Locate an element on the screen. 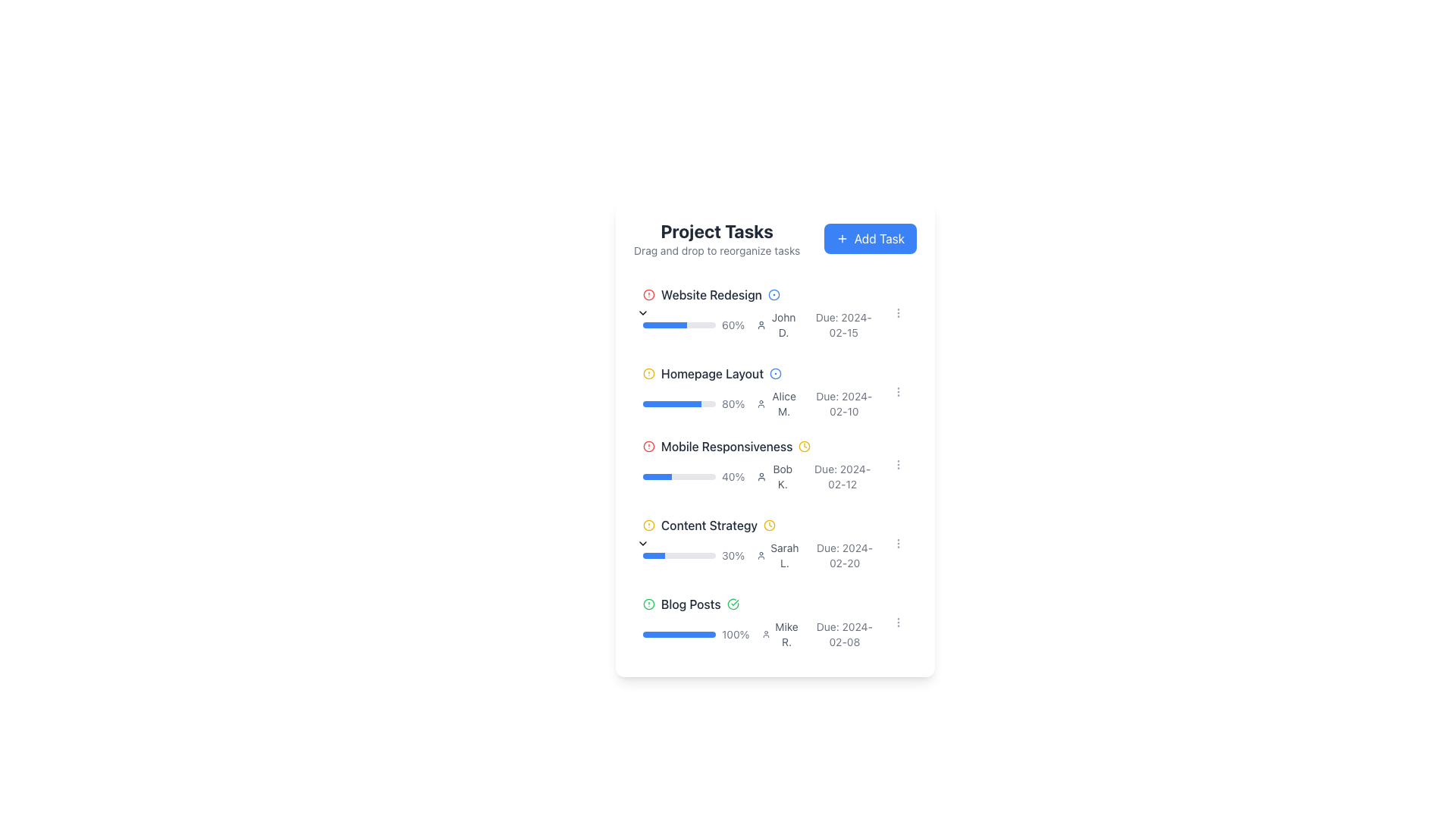  the small circular Status Indicator icon with a blue outline and filled blue dot, which is positioned to the right of the text 'Website Redesign' is located at coordinates (773, 295).